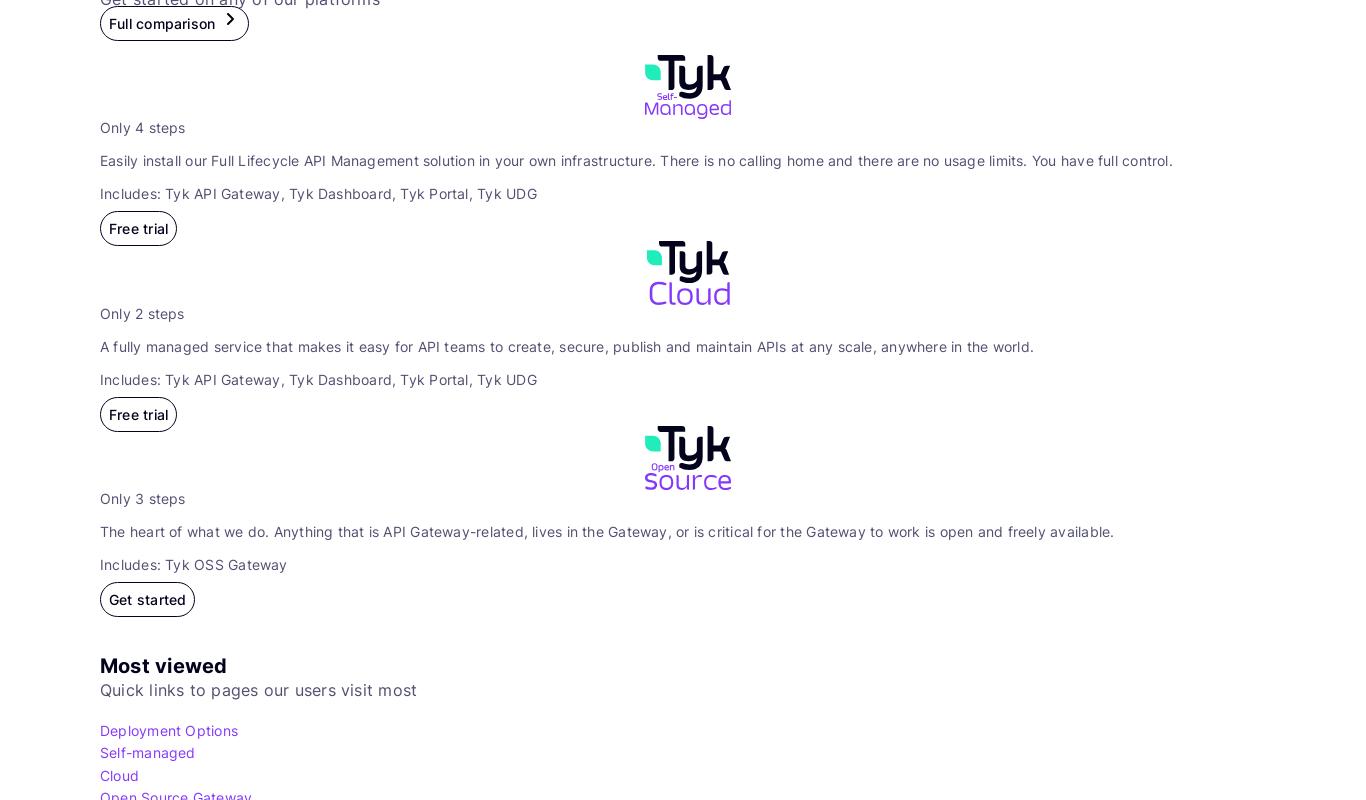 Image resolution: width=1366 pixels, height=800 pixels. Describe the element at coordinates (141, 311) in the screenshot. I see `'Only 2 steps'` at that location.